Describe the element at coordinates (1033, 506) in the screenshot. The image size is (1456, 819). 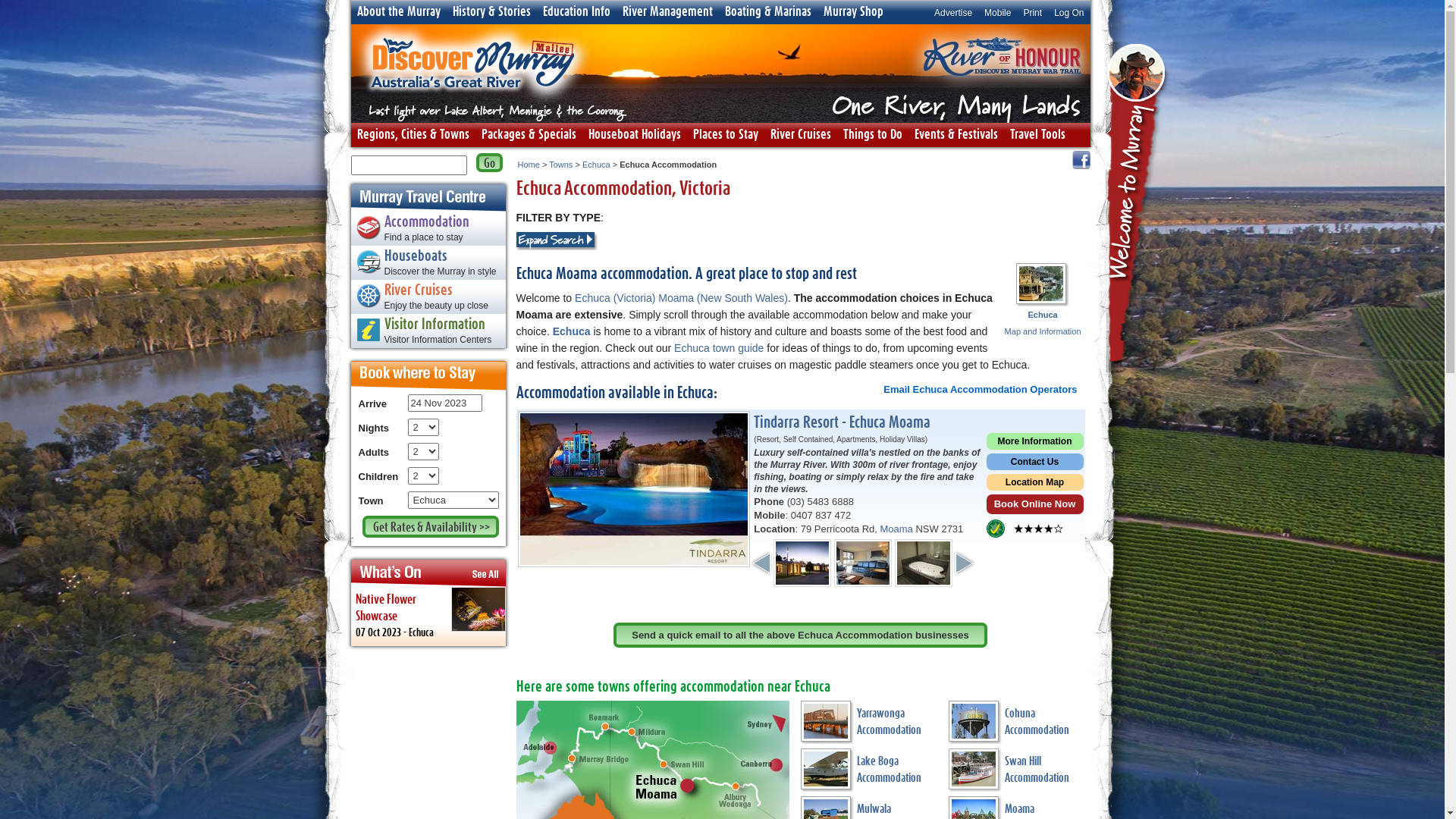
I see `'Book Online Now'` at that location.